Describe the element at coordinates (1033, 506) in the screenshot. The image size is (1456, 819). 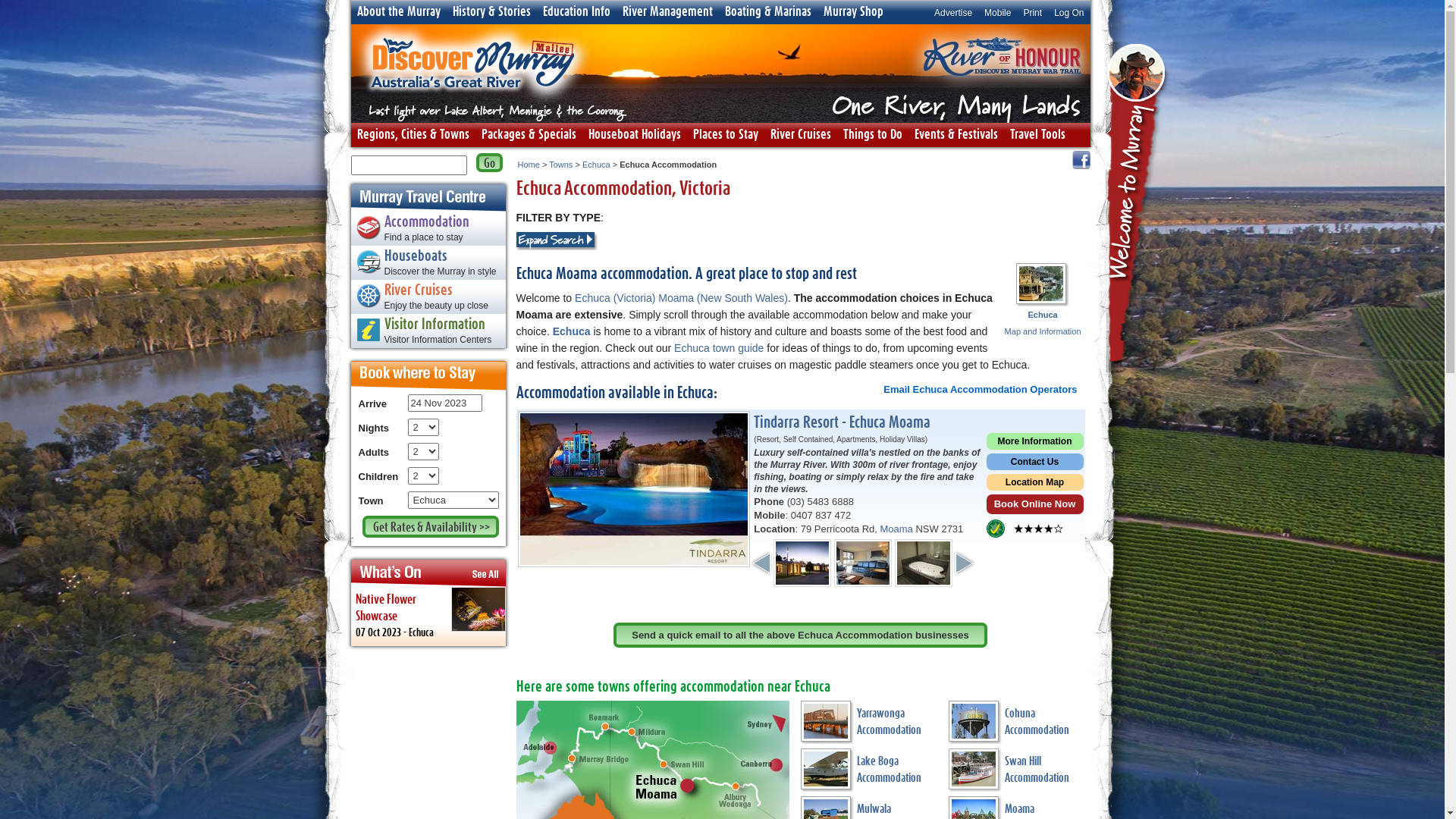
I see `'Book Online Now'` at that location.